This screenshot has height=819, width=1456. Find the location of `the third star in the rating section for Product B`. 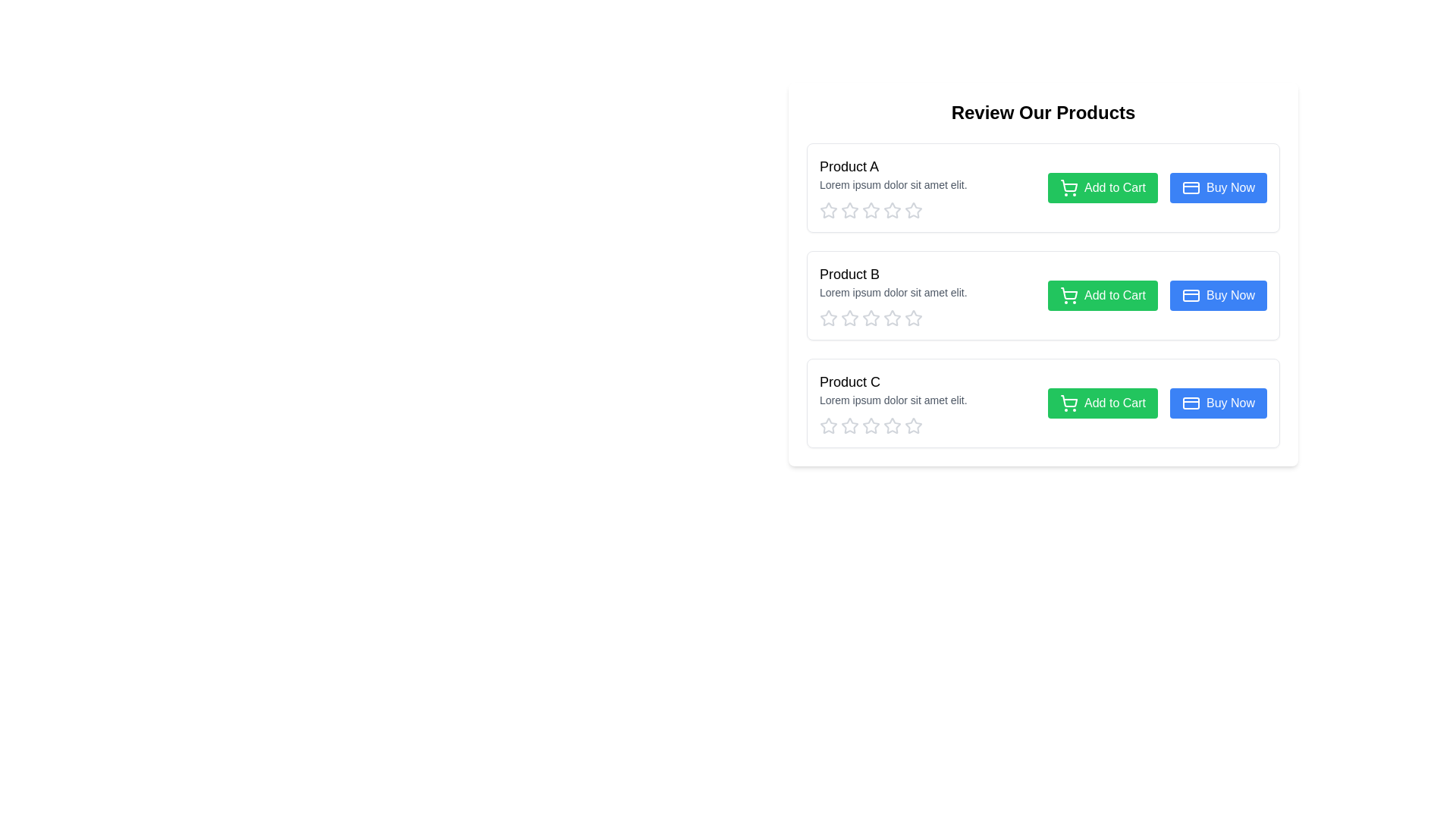

the third star in the rating section for Product B is located at coordinates (850, 318).